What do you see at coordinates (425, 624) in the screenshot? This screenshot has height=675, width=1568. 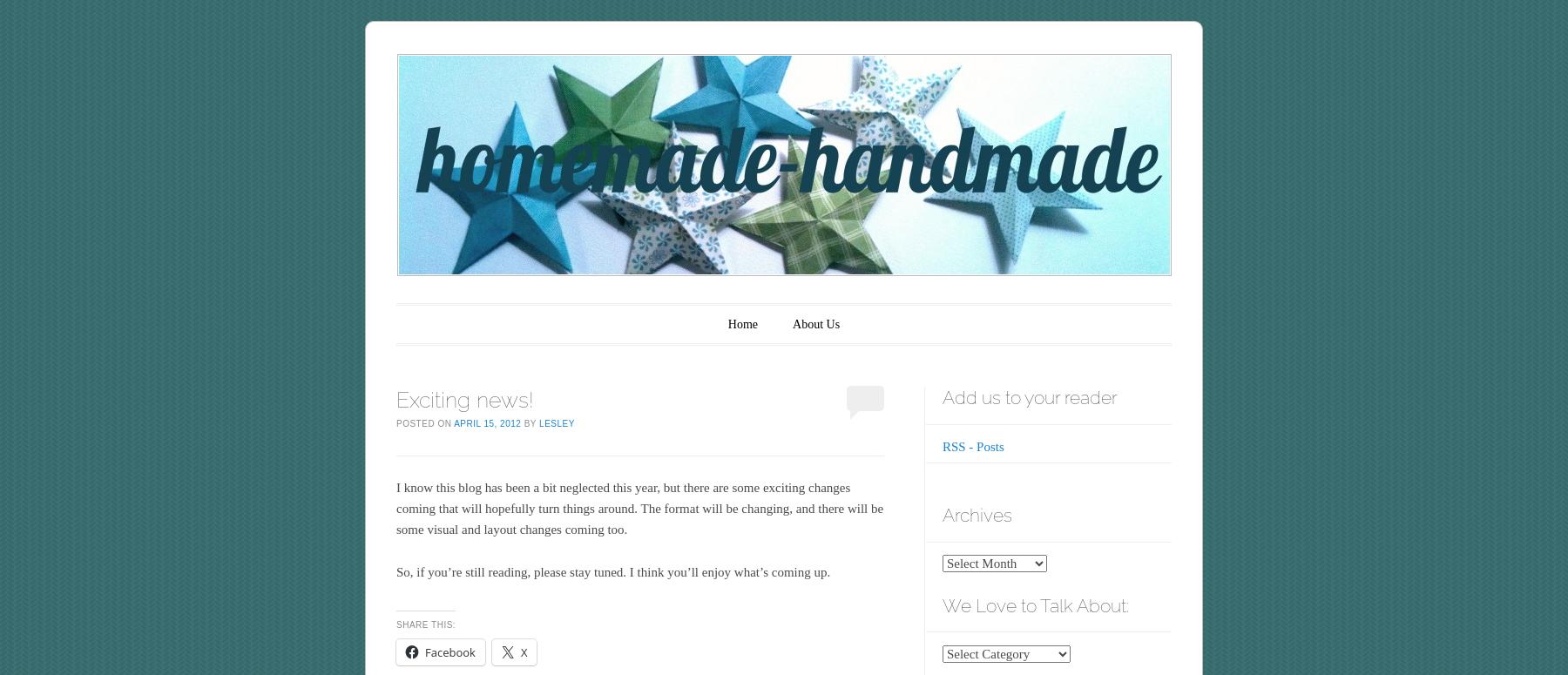 I see `'Share this:'` at bounding box center [425, 624].